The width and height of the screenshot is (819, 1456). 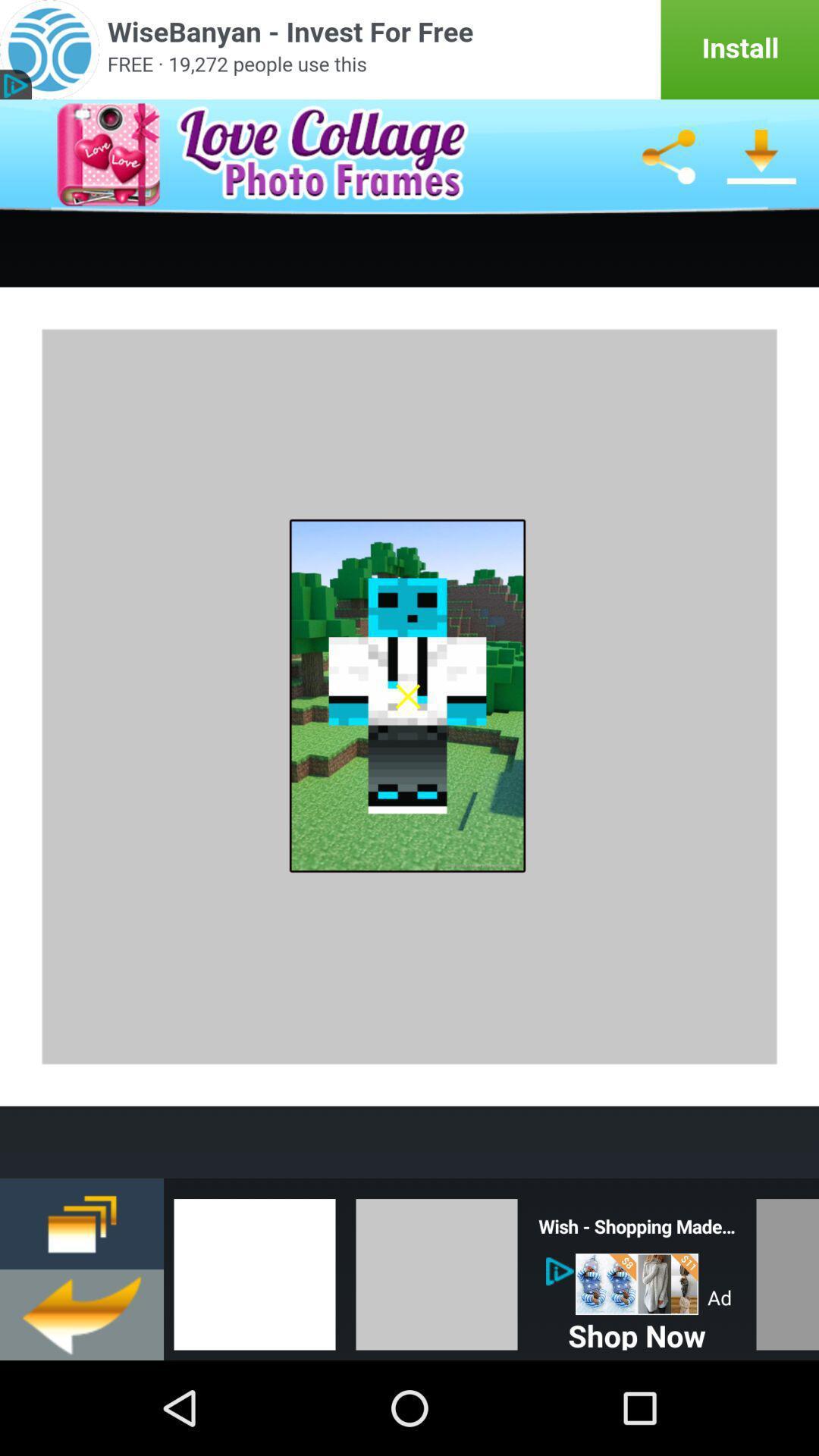 I want to click on advertising, so click(x=637, y=1283).